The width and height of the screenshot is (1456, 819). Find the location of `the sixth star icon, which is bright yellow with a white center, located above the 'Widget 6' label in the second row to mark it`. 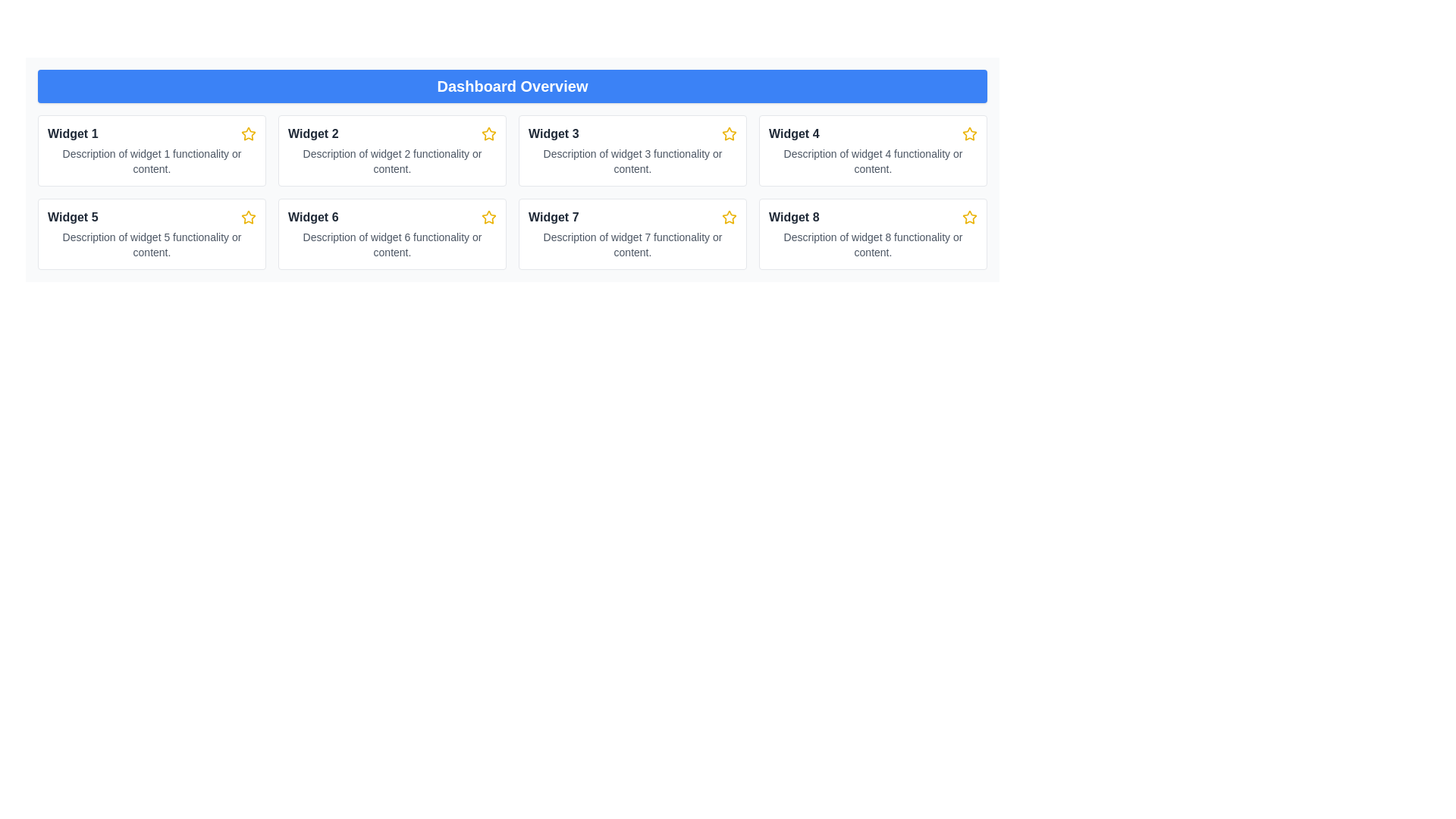

the sixth star icon, which is bright yellow with a white center, located above the 'Widget 6' label in the second row to mark it is located at coordinates (488, 217).